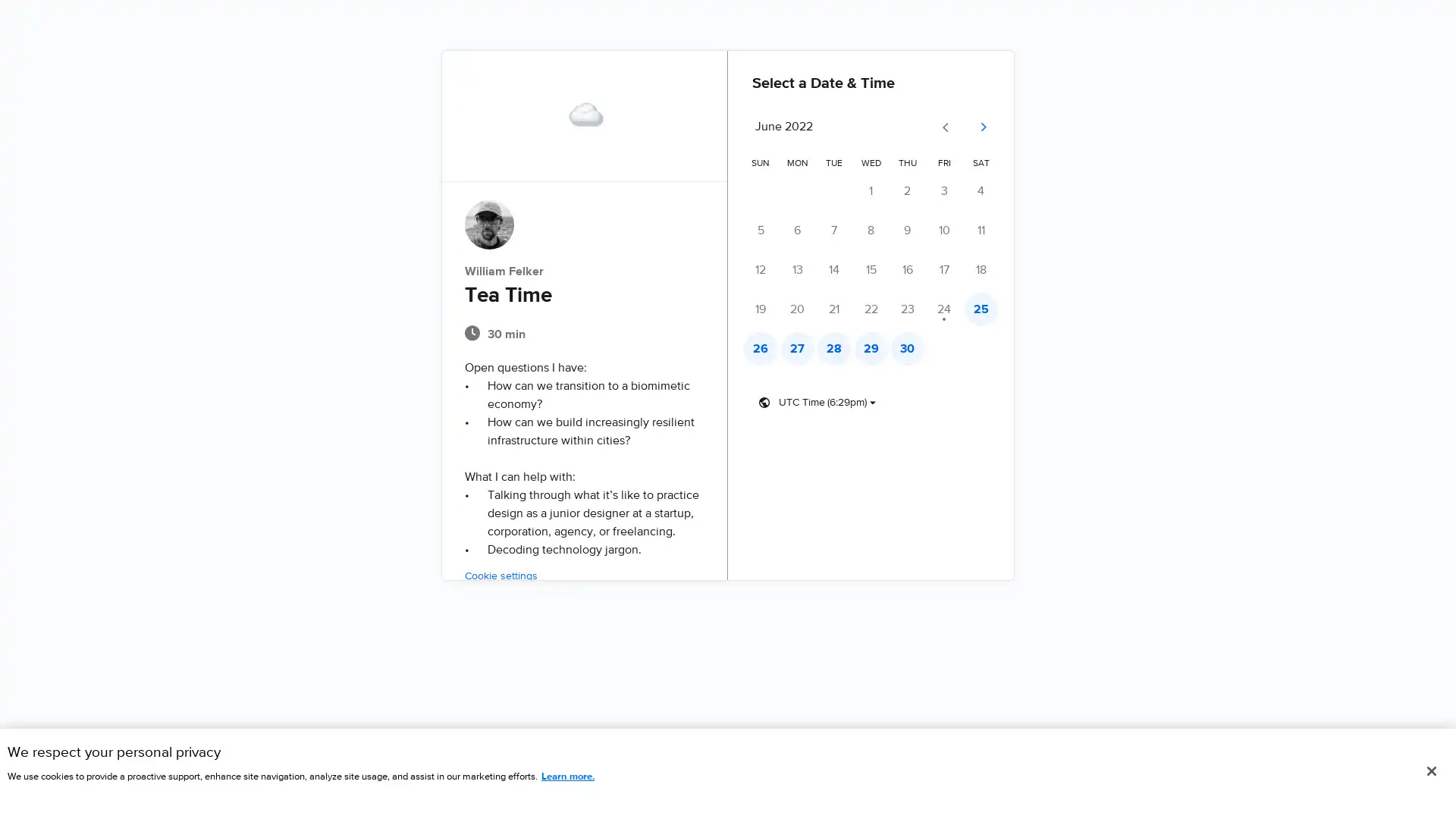 Image resolution: width=1456 pixels, height=819 pixels. I want to click on Cookie settings, so click(483, 576).